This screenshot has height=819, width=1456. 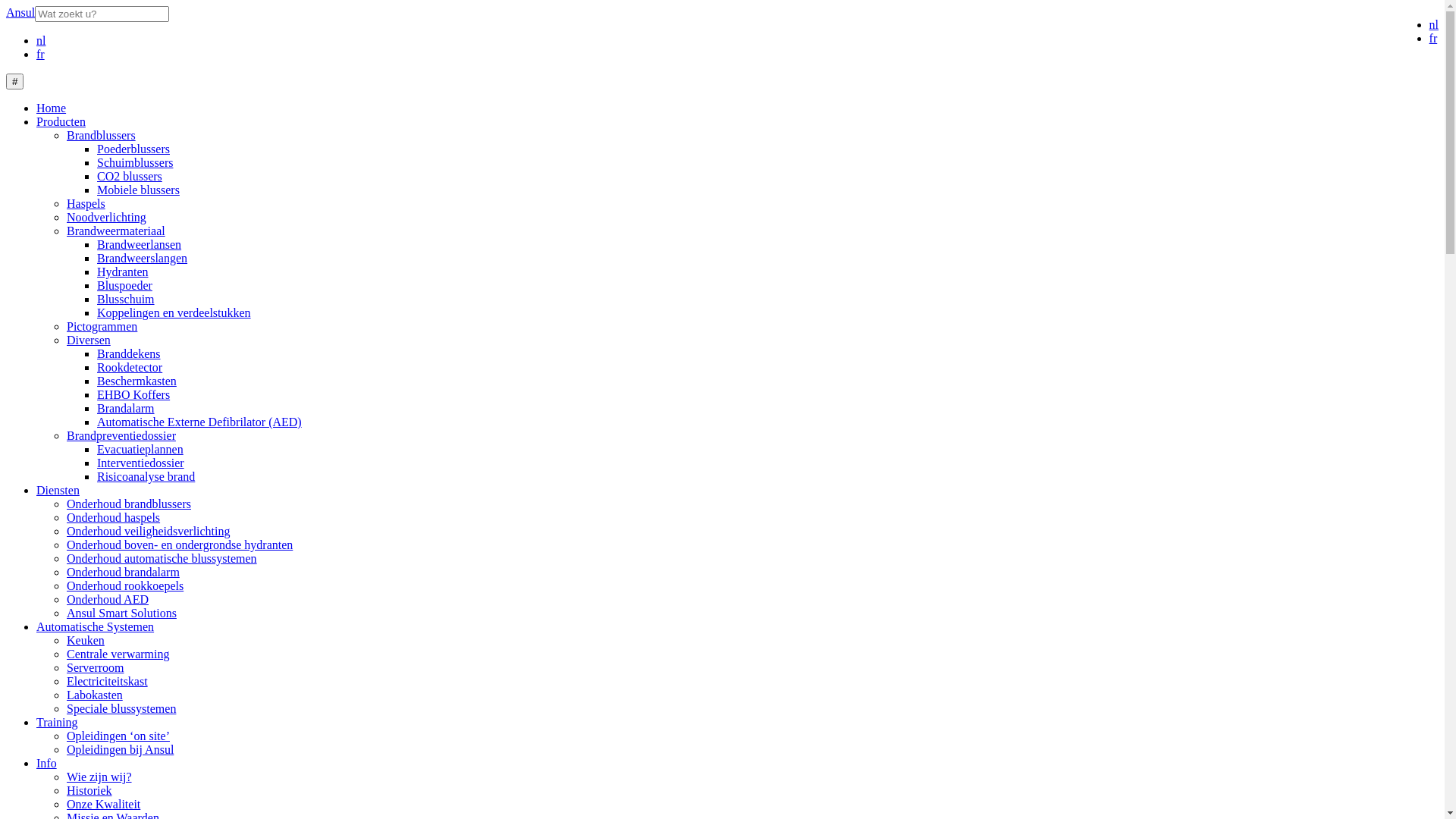 I want to click on 'CO2 blussers', so click(x=96, y=175).